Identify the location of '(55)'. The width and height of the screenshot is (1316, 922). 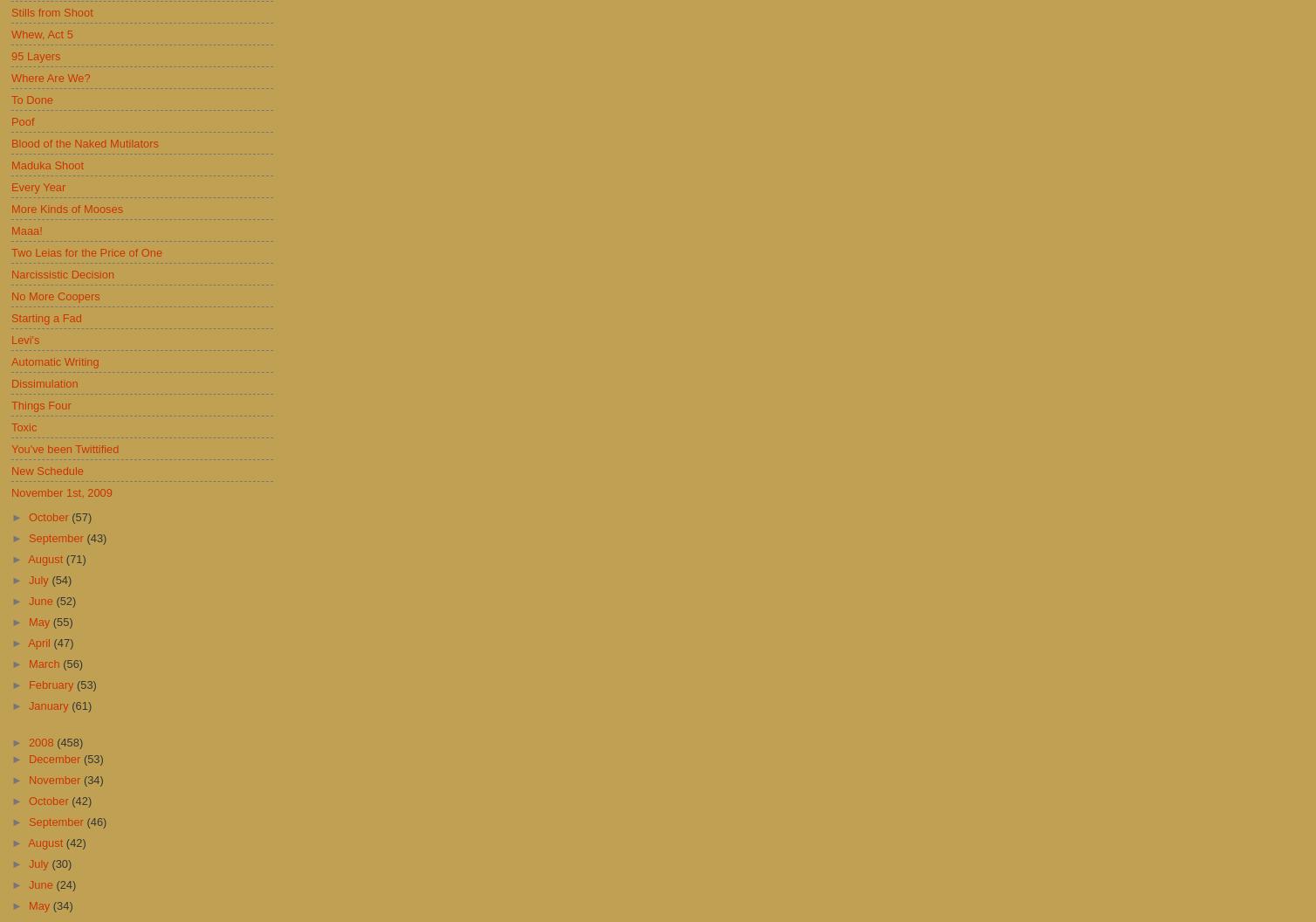
(52, 622).